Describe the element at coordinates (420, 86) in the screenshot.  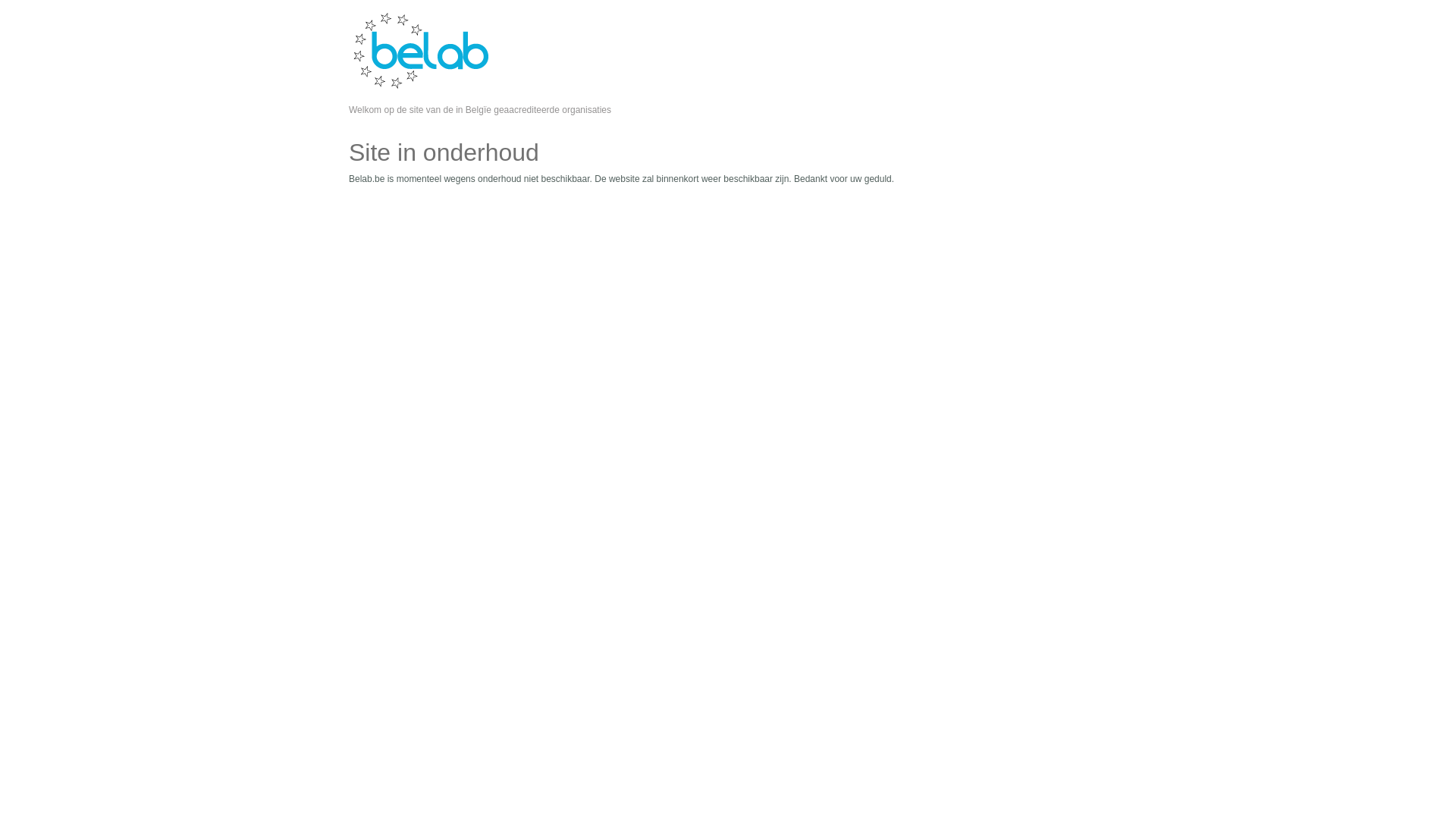
I see `'Home'` at that location.